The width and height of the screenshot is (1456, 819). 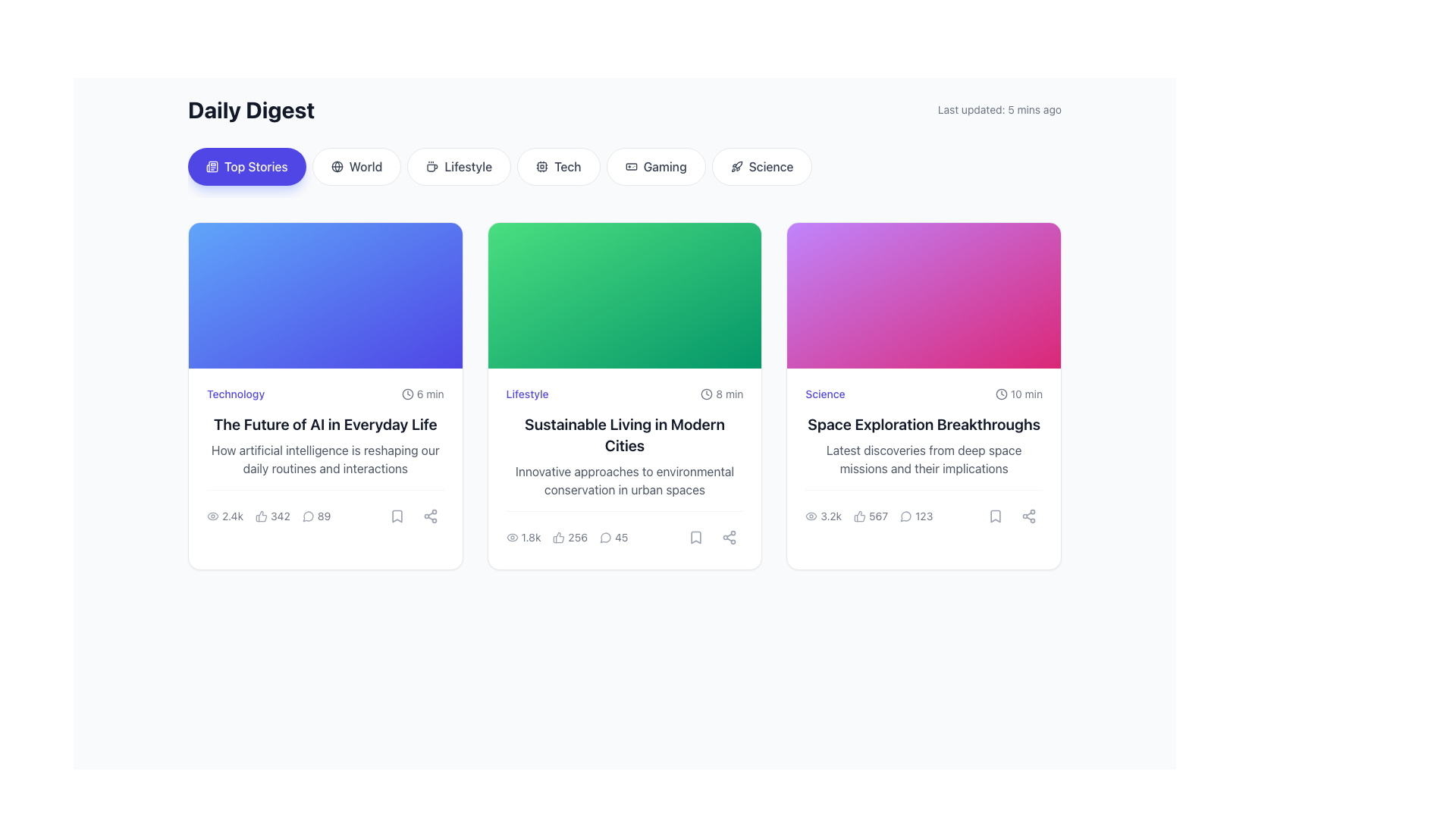 What do you see at coordinates (1029, 516) in the screenshot?
I see `the circular share icon button located in the bottom-right corner of the 'Space Exploration Breakthroughs' card` at bounding box center [1029, 516].